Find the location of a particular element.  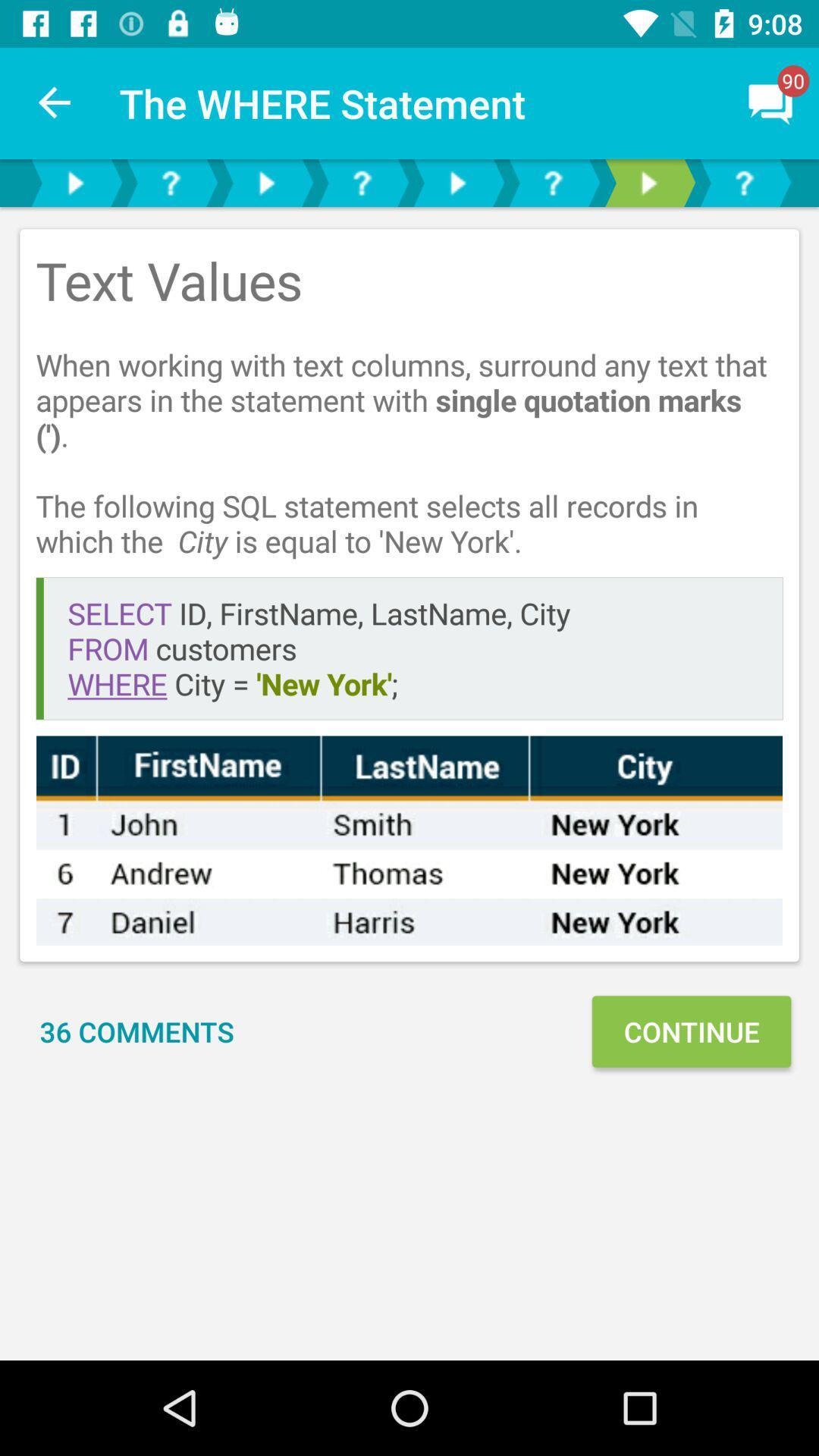

forward option is located at coordinates (648, 182).